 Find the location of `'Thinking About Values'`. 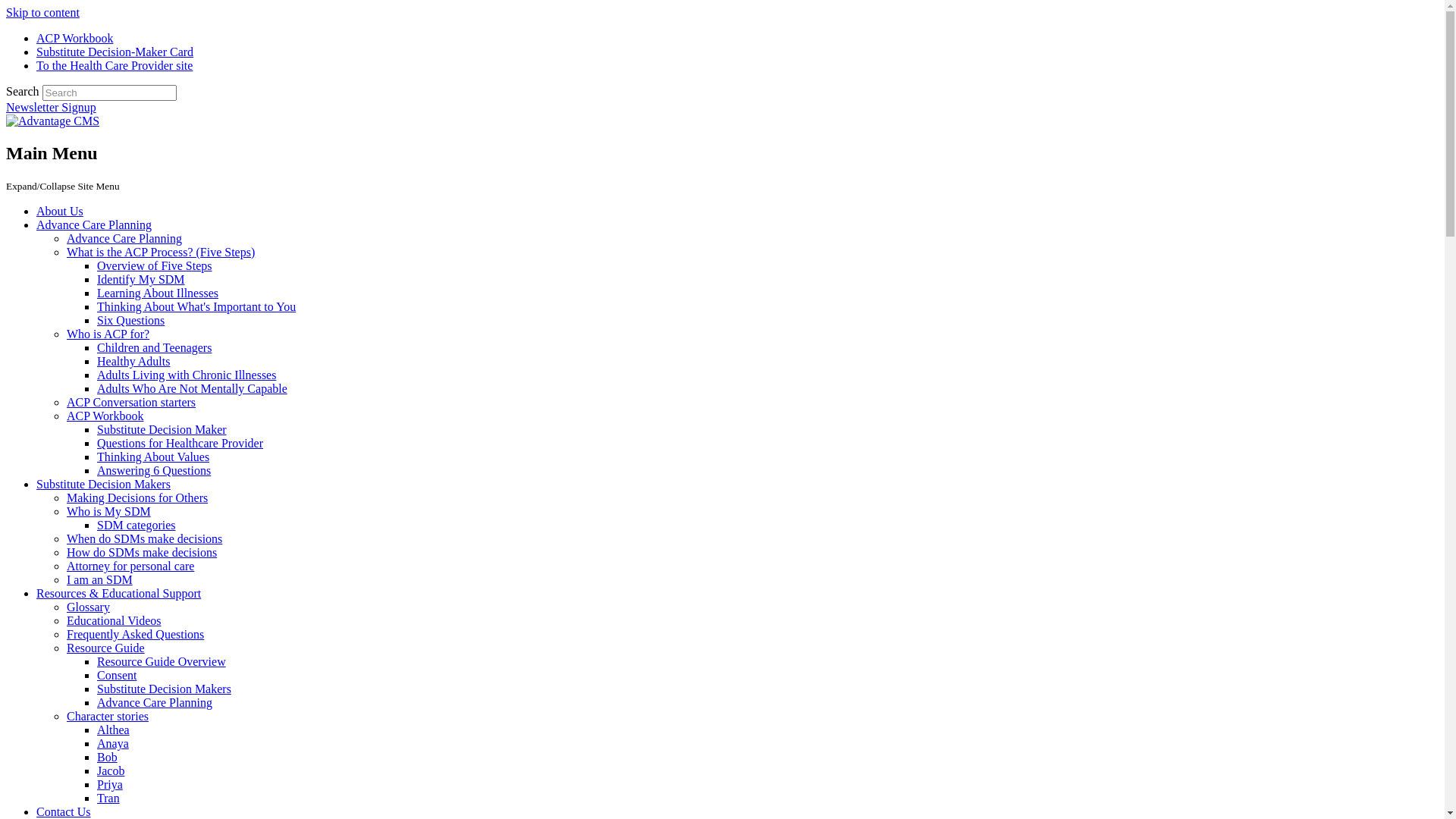

'Thinking About Values' is located at coordinates (152, 456).